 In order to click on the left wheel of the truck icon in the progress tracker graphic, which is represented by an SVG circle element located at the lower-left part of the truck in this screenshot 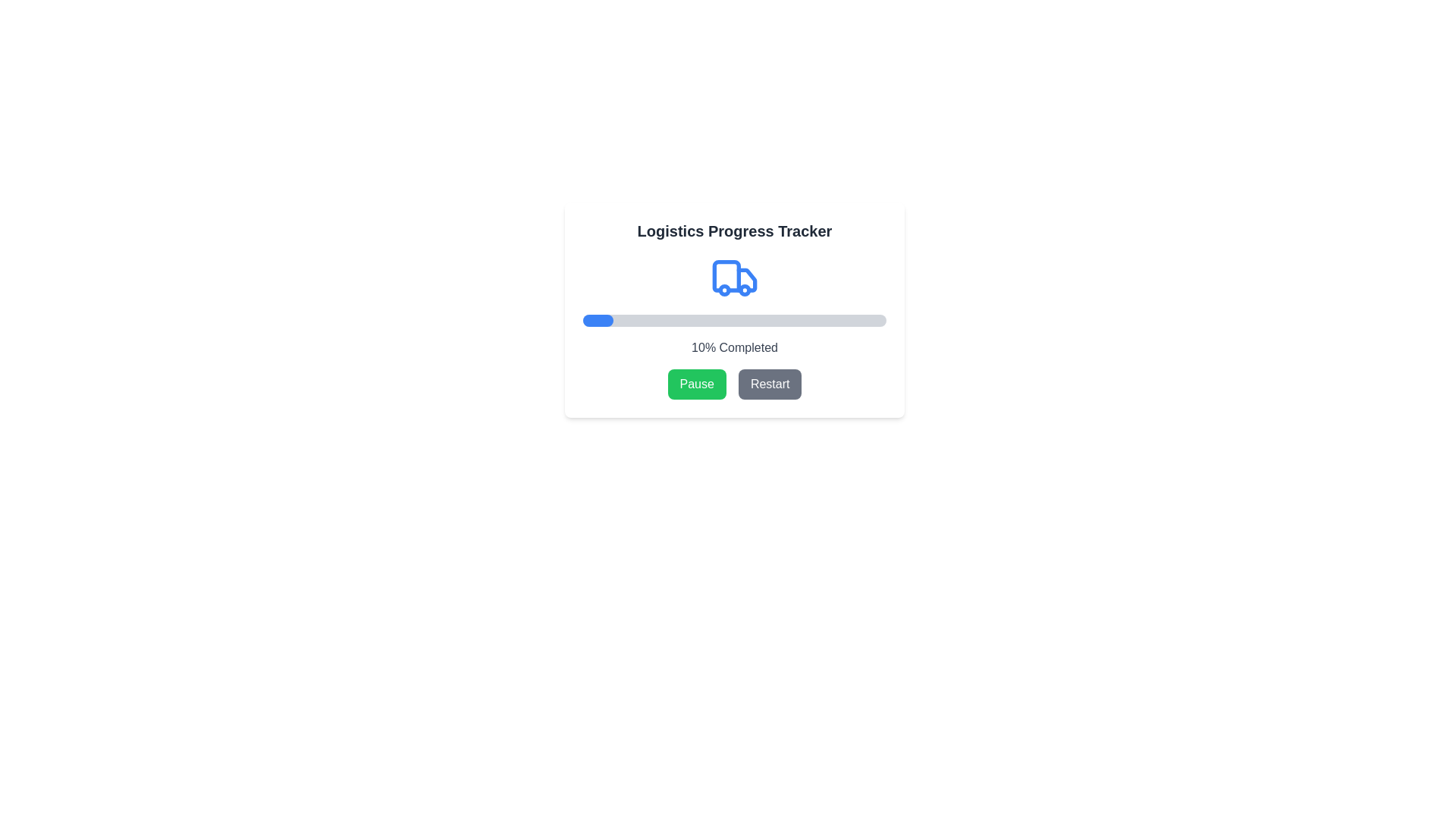, I will do `click(723, 290)`.